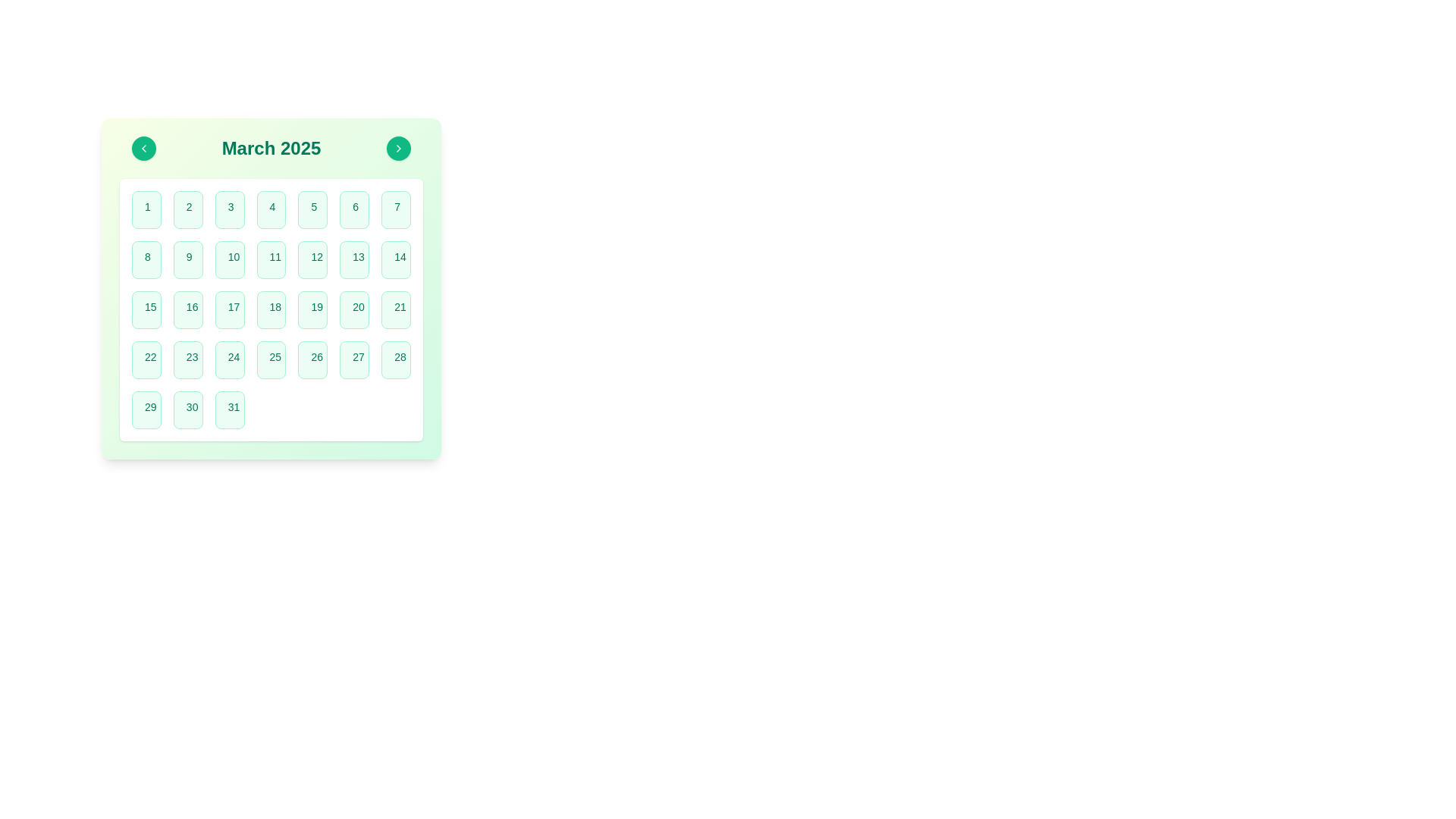 This screenshot has width=1456, height=819. What do you see at coordinates (358, 307) in the screenshot?
I see `static text displaying the number '20' in the calendar interface to identify the date March 20, 2025` at bounding box center [358, 307].